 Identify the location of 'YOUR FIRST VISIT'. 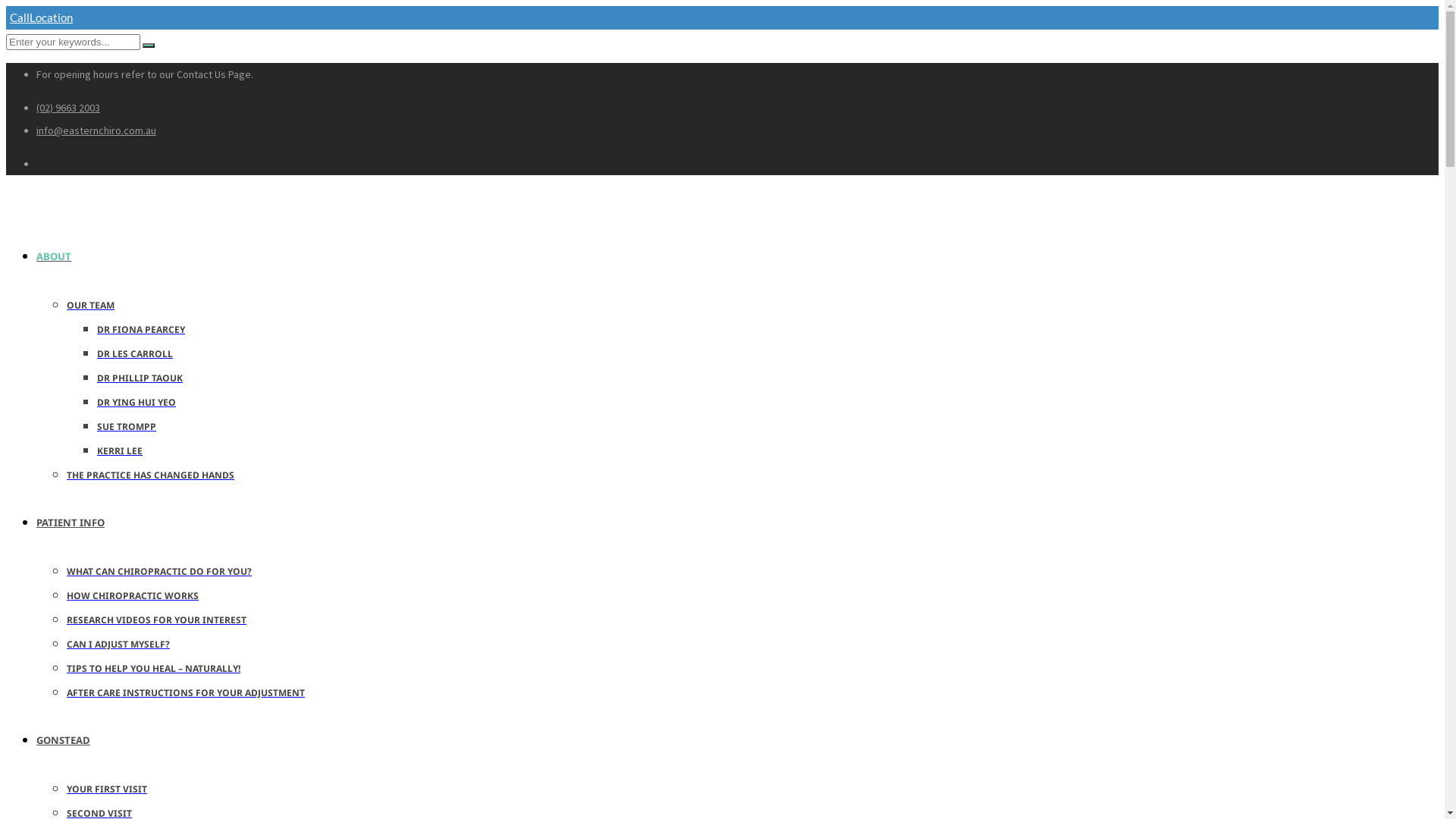
(65, 788).